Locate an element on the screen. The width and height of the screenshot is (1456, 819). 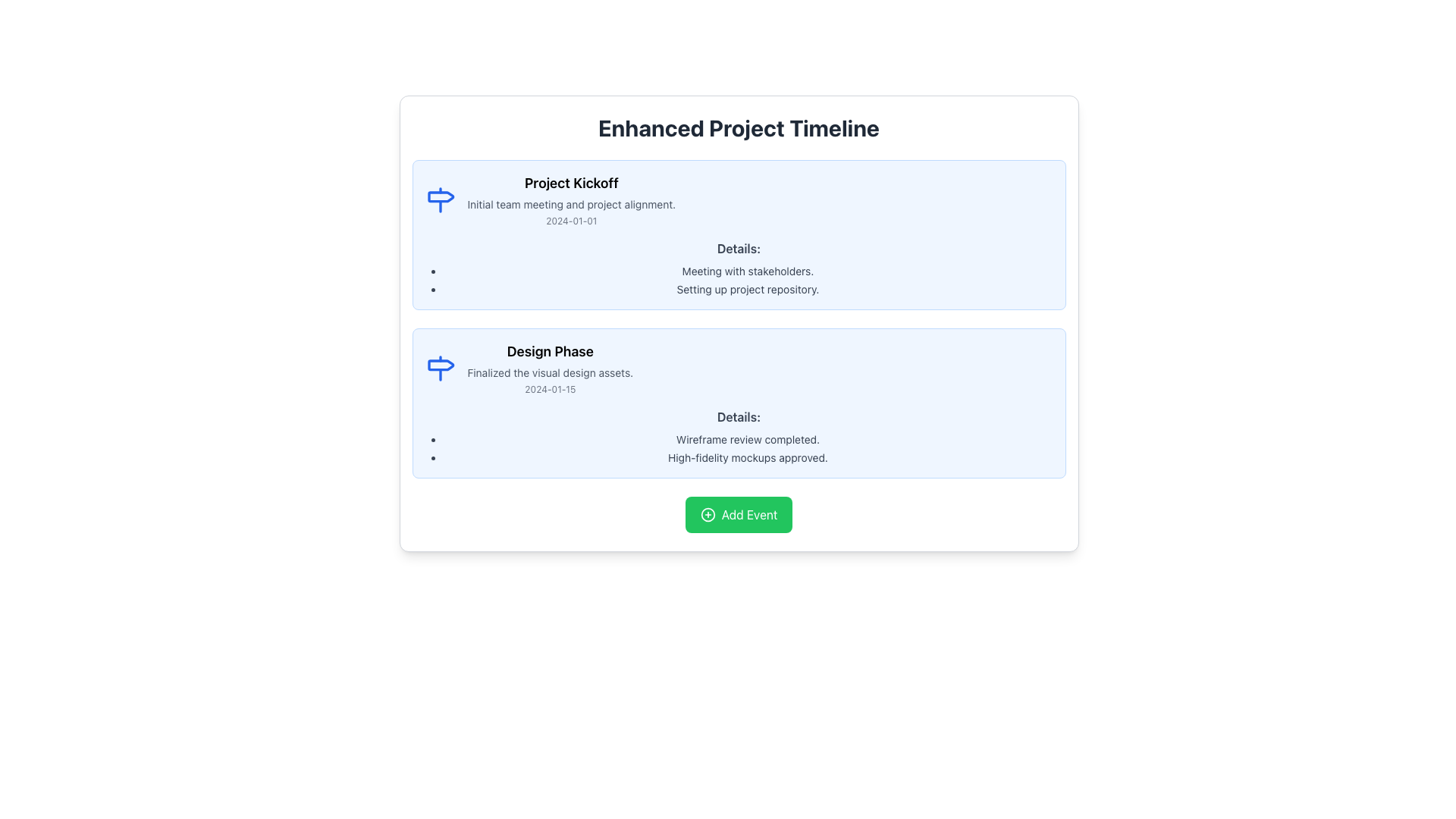
the 'Project Kickoff' milestone icon in the timeline interface, which is located to the left of the 'Project Kickoff' title is located at coordinates (439, 199).